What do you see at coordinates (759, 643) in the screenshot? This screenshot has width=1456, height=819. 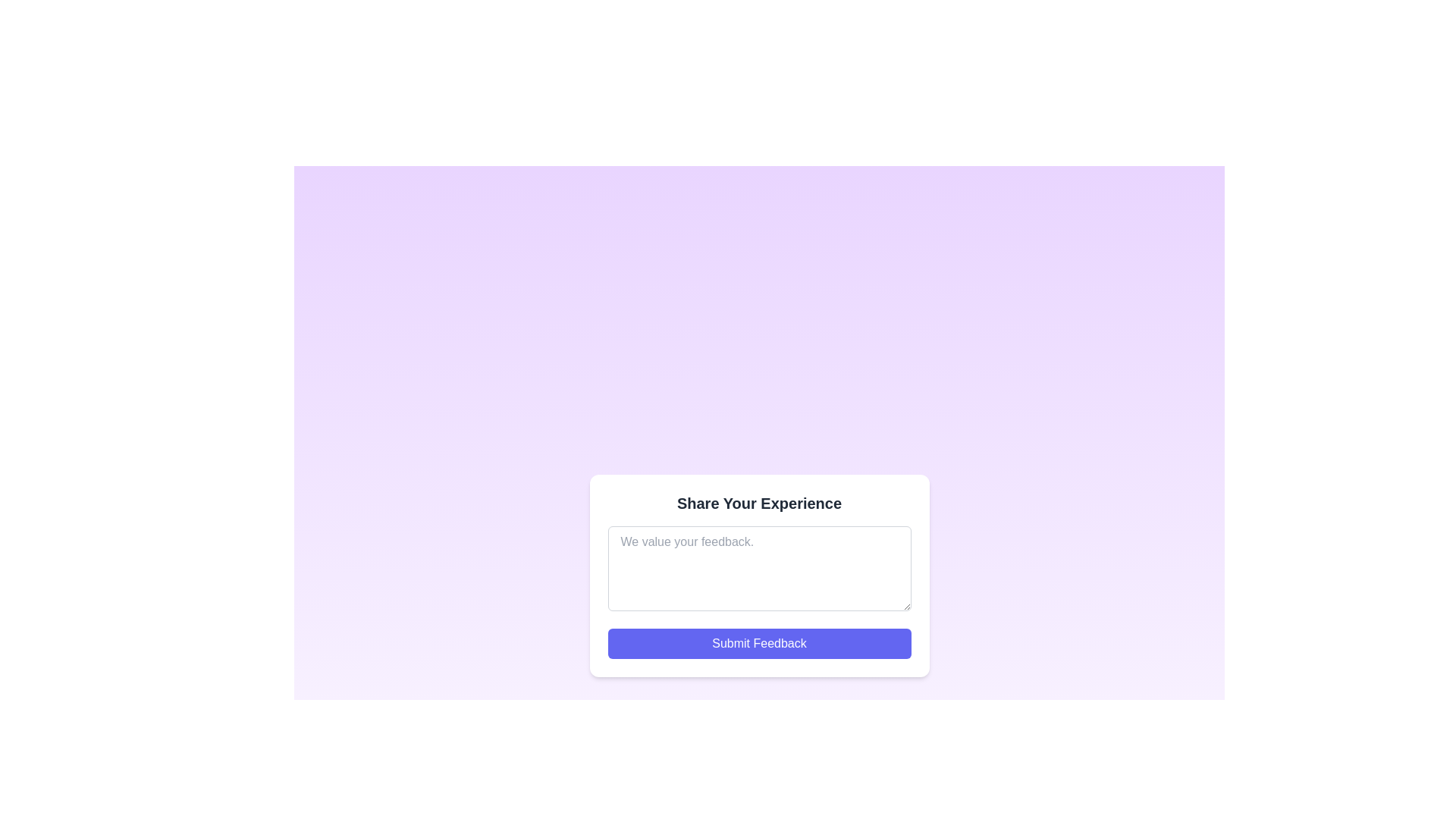 I see `'Submit Feedback' button to submit the feedback` at bounding box center [759, 643].